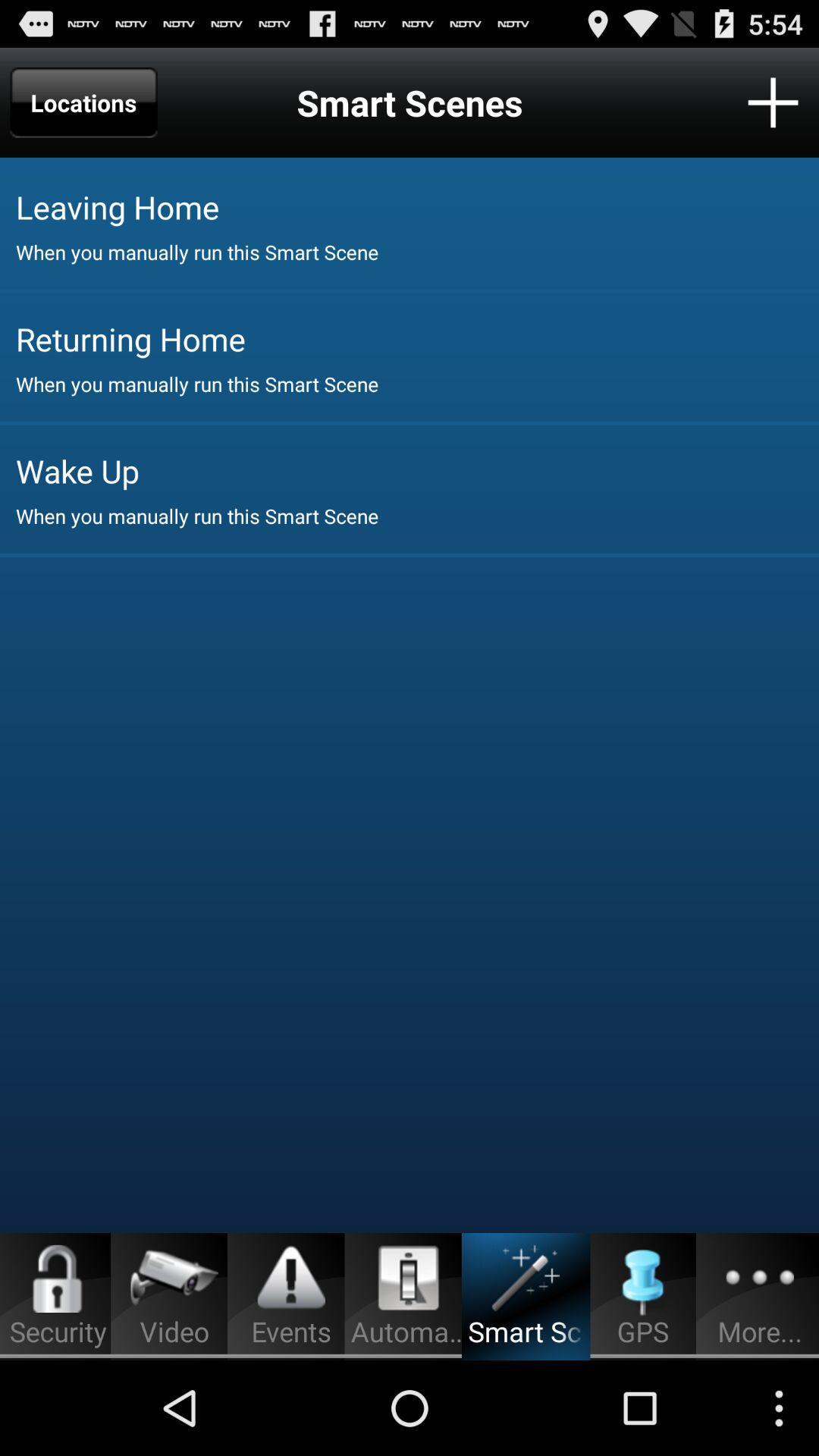 The image size is (819, 1456). Describe the element at coordinates (83, 102) in the screenshot. I see `the icon at the top left corner` at that location.